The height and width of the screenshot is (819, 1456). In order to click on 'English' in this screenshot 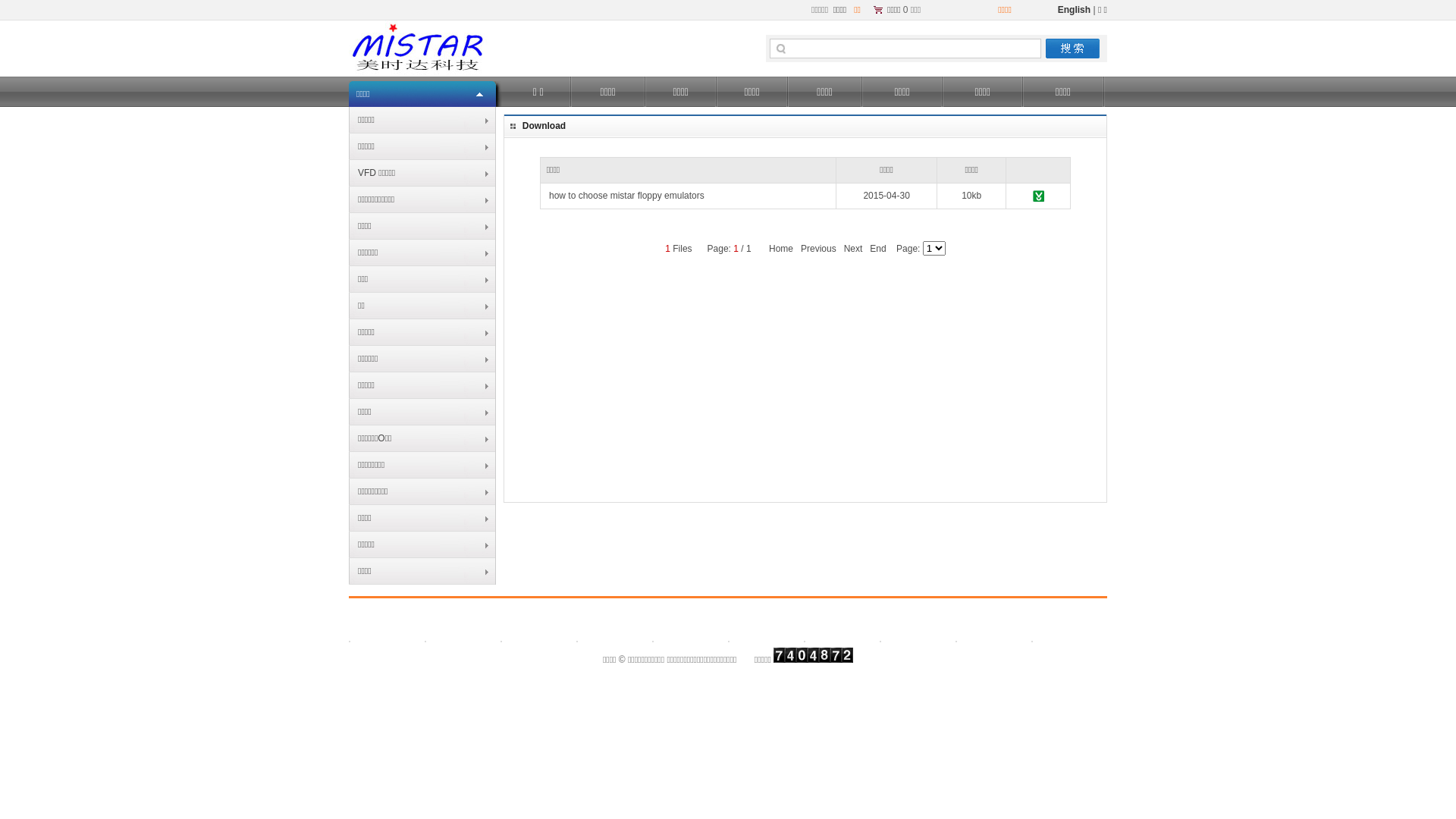, I will do `click(1057, 9)`.